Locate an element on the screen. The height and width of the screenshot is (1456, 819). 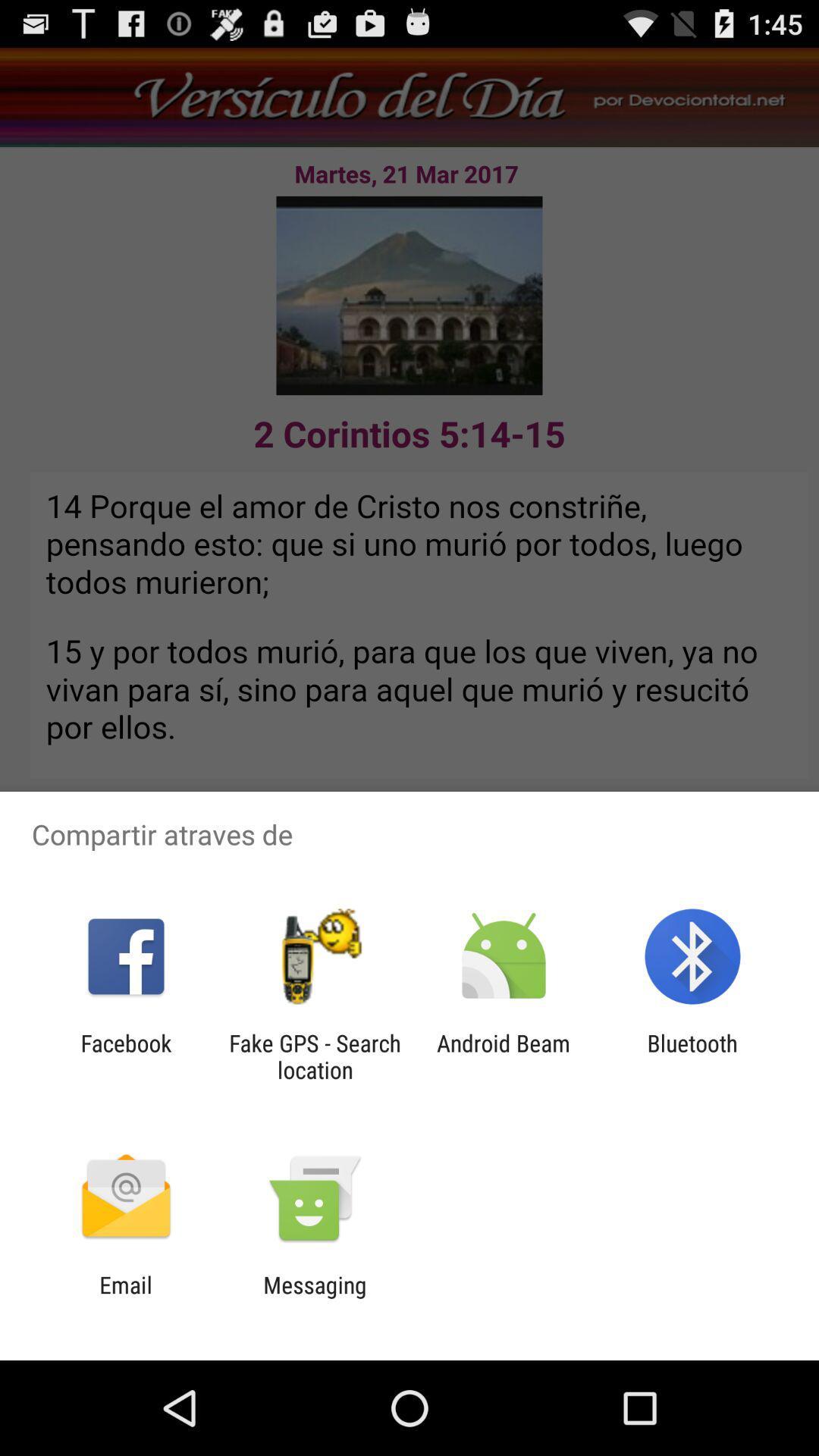
the email item is located at coordinates (125, 1298).